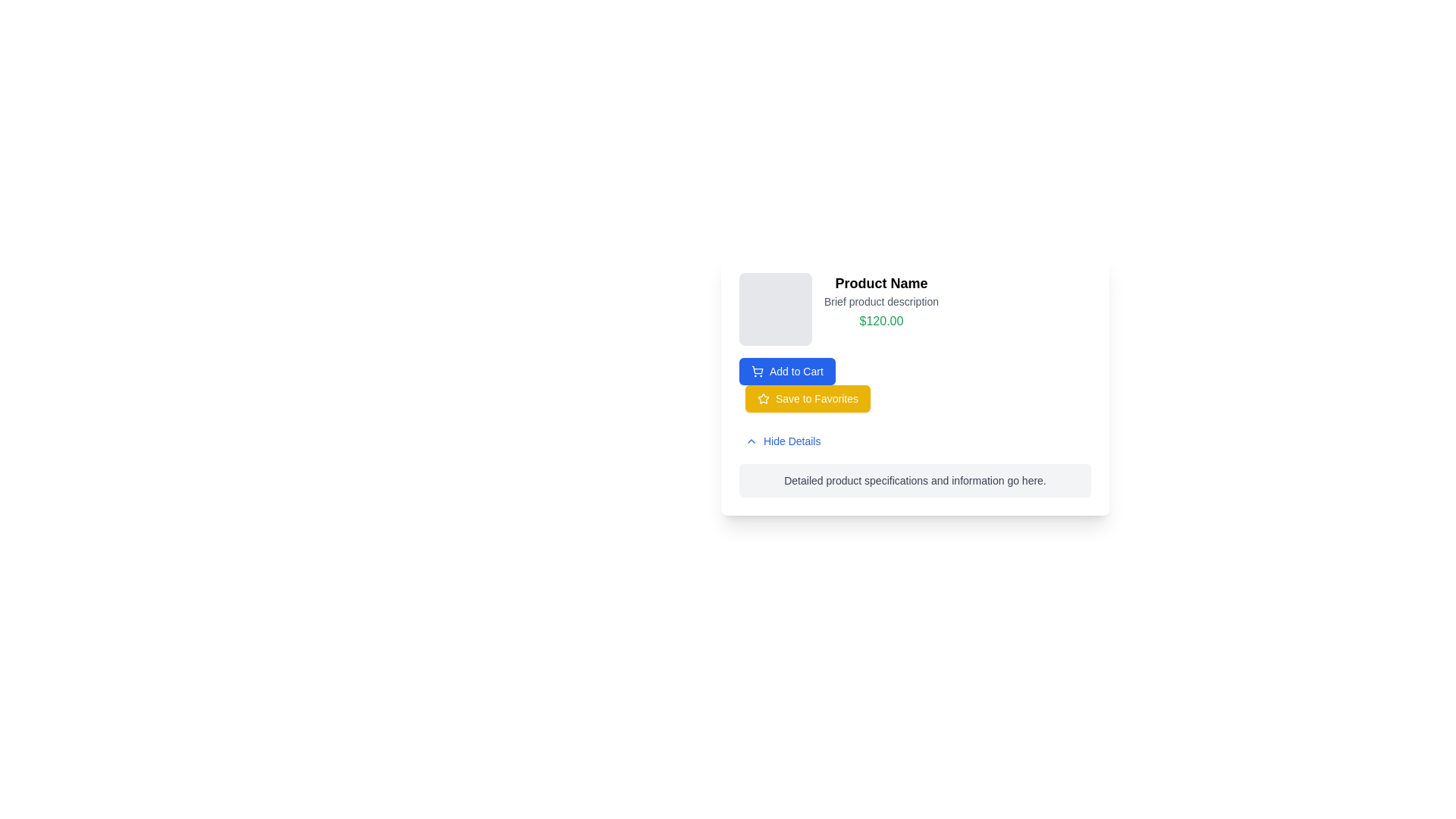 The width and height of the screenshot is (1456, 819). I want to click on the Informative Text Section that contains the text 'Detailed product specifications and information go here.' with a gray background and rounded corners, so click(914, 480).